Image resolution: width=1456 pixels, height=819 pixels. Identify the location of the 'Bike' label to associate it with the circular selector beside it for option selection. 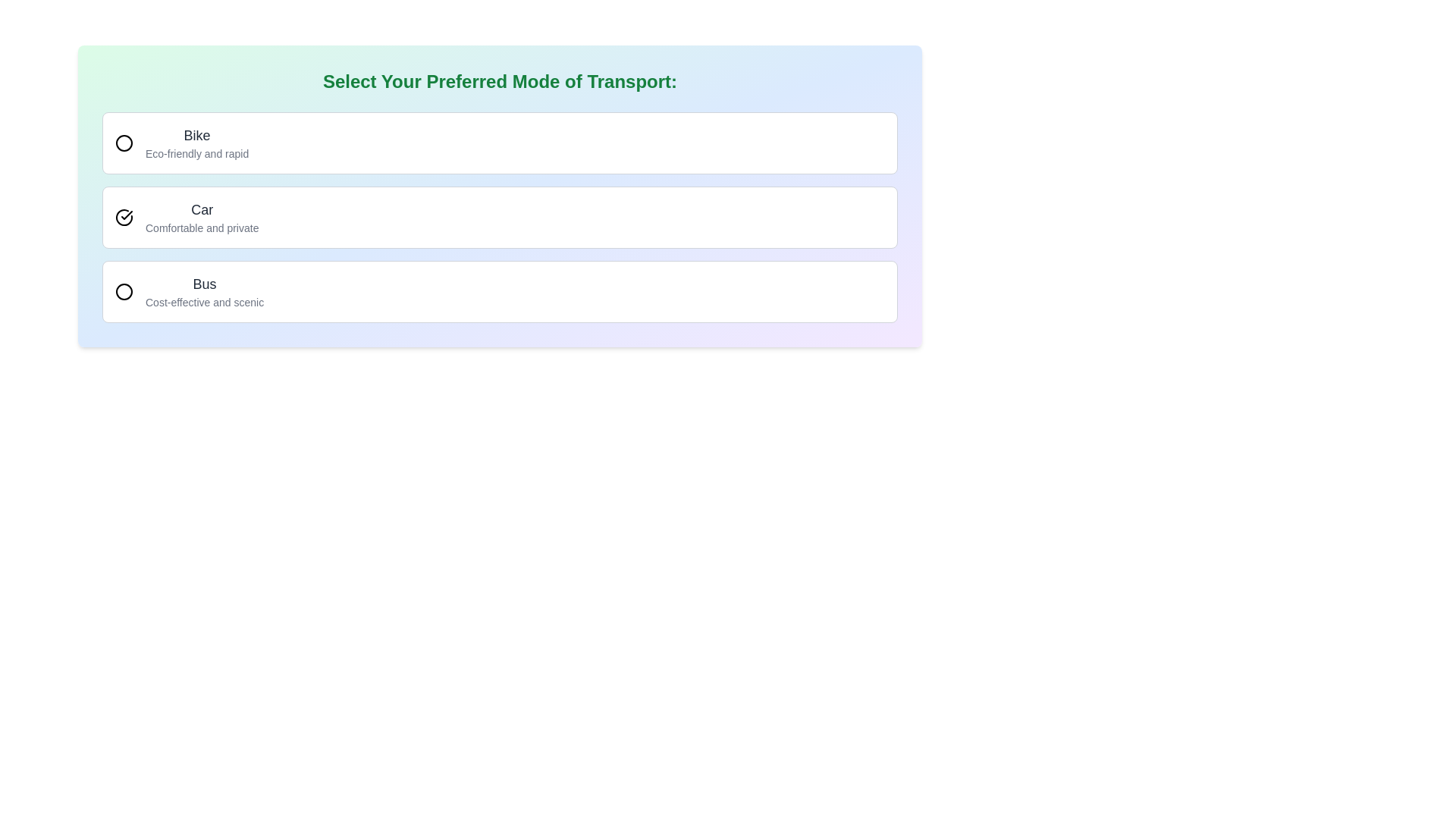
(196, 143).